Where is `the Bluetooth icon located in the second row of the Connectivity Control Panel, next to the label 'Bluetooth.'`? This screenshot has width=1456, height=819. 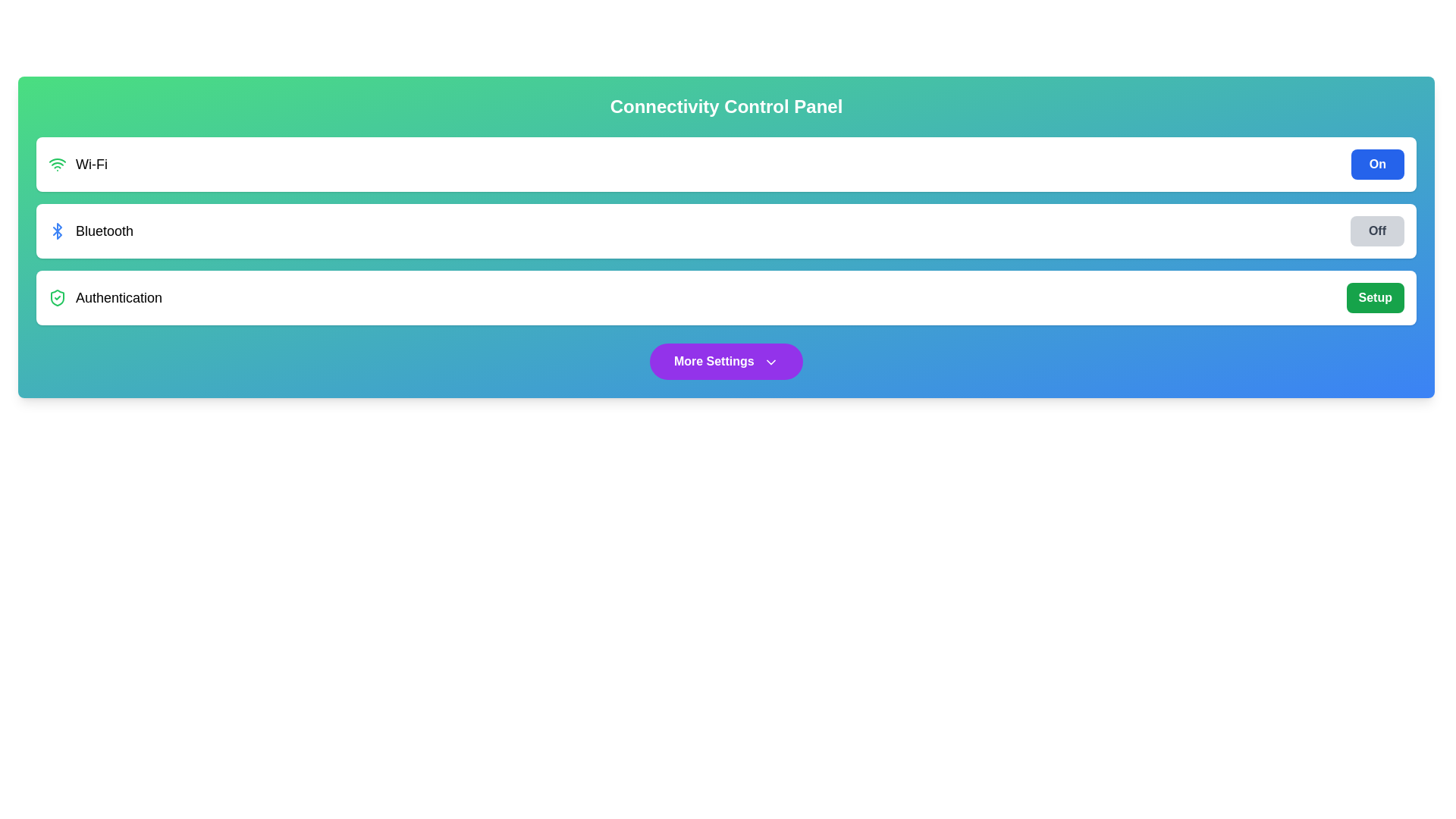 the Bluetooth icon located in the second row of the Connectivity Control Panel, next to the label 'Bluetooth.' is located at coordinates (58, 231).